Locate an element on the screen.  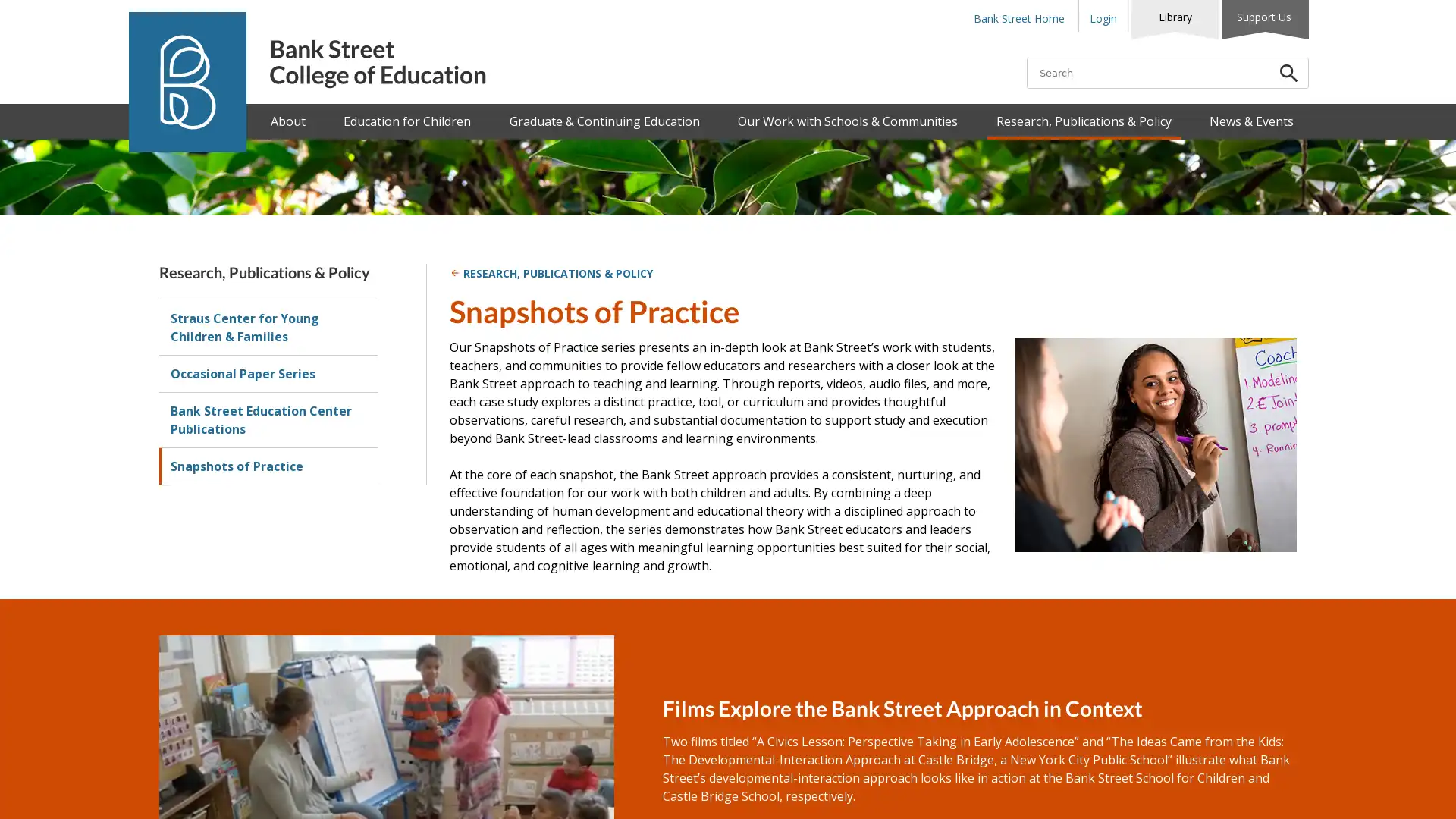
About is located at coordinates (287, 121).